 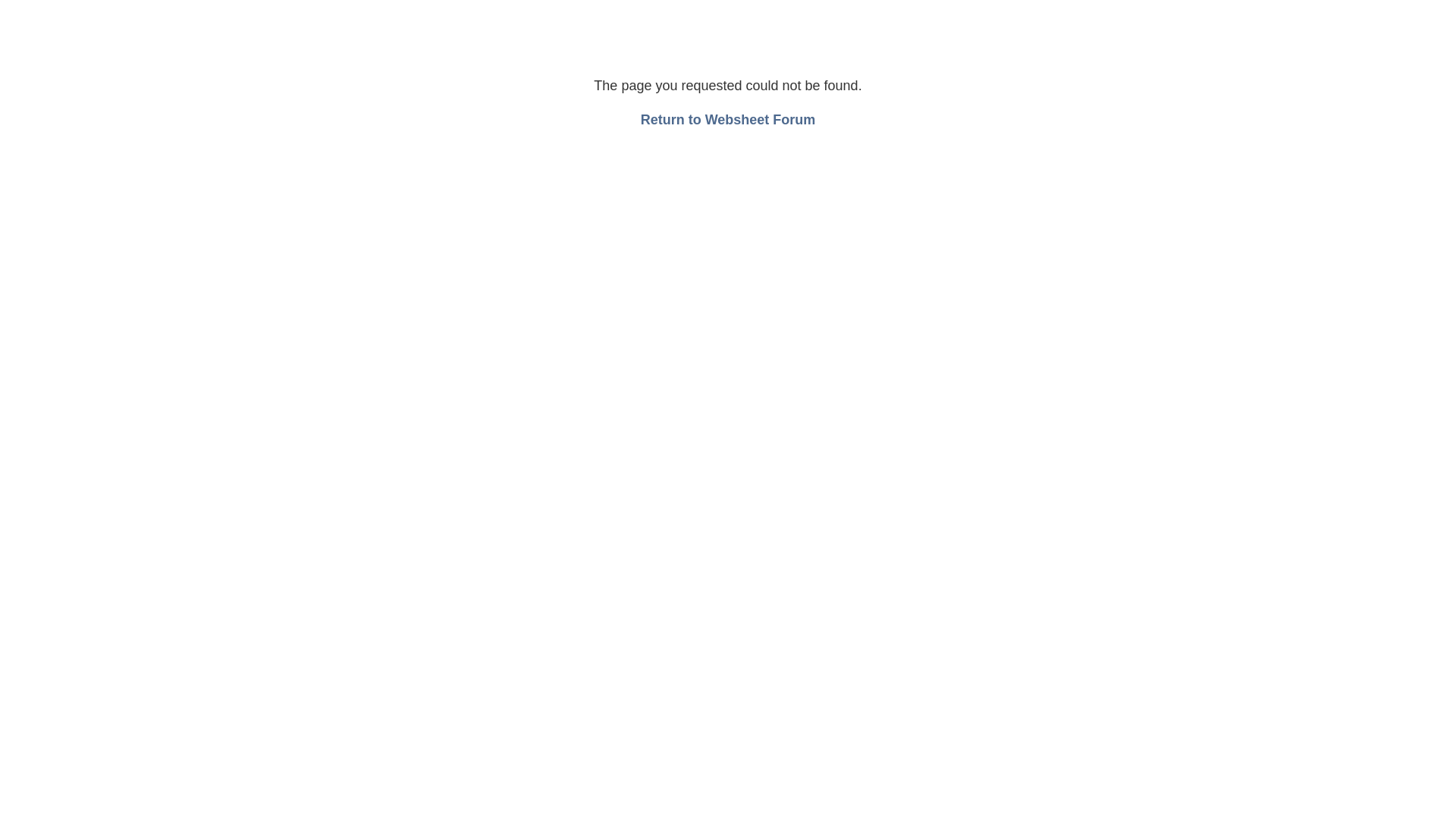 What do you see at coordinates (728, 119) in the screenshot?
I see `'Return to Websheet Forum'` at bounding box center [728, 119].